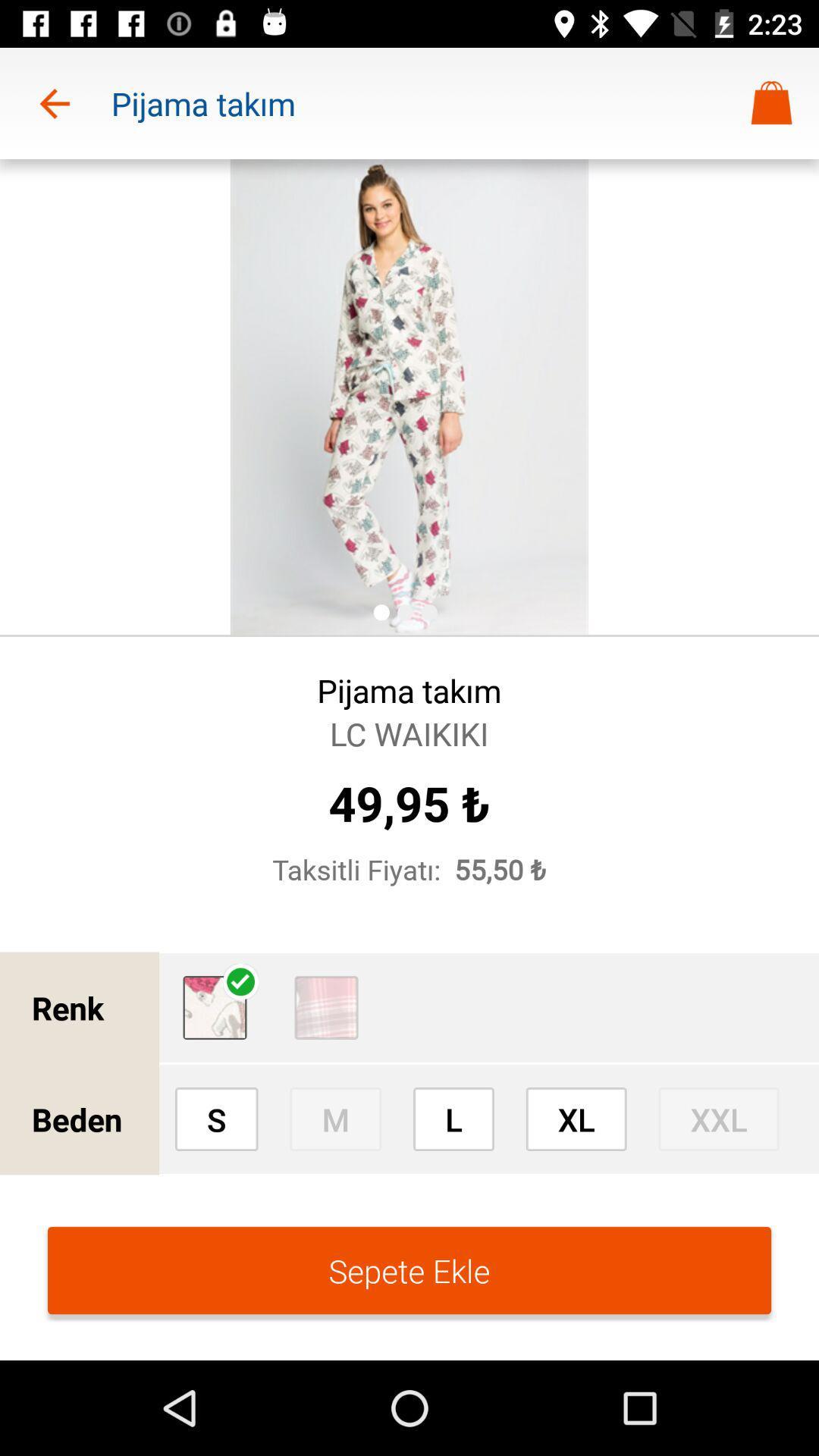 The image size is (819, 1456). Describe the element at coordinates (216, 1119) in the screenshot. I see `the icon to the right of beden icon` at that location.